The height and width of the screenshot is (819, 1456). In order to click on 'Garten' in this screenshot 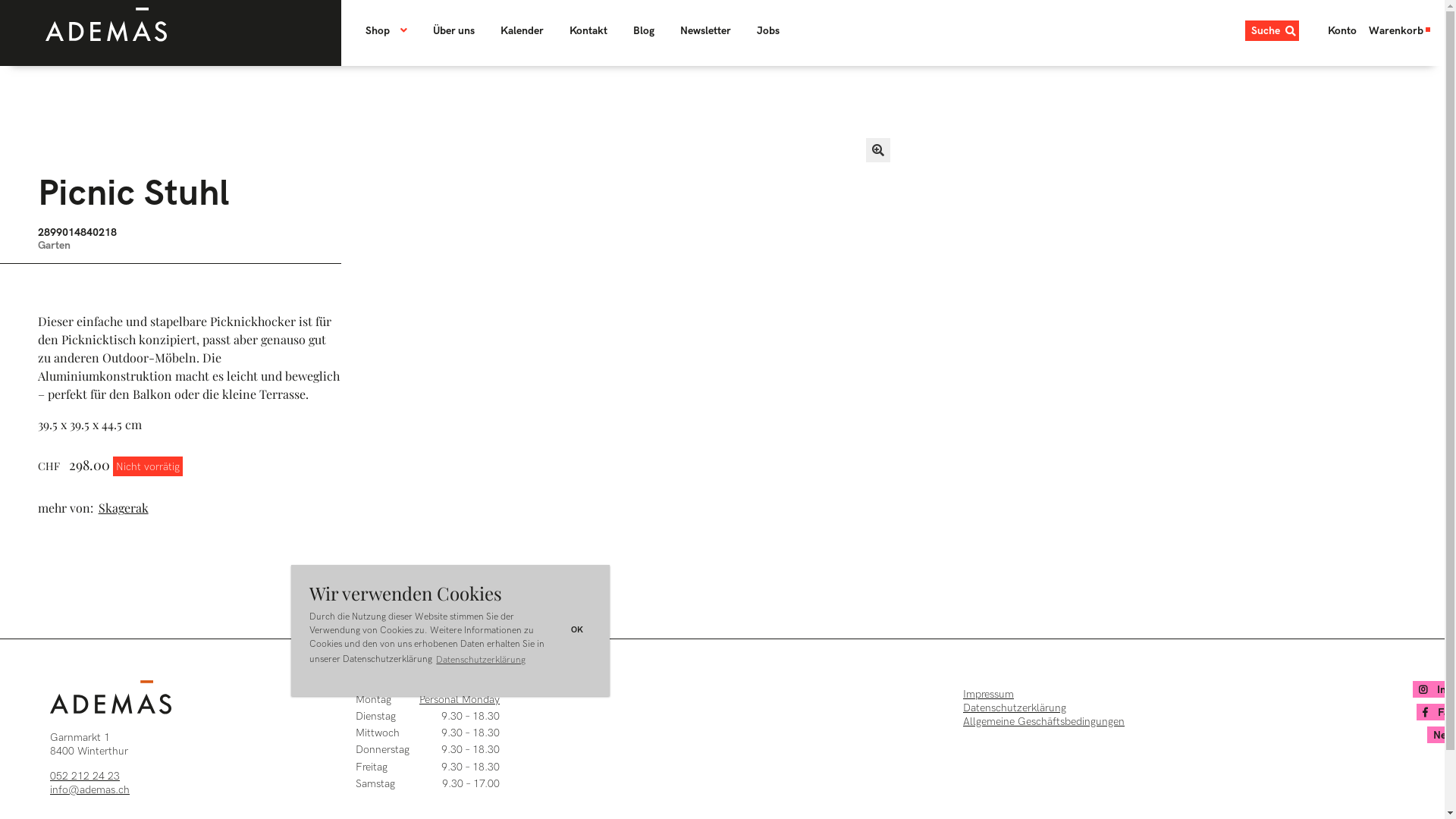, I will do `click(54, 244)`.